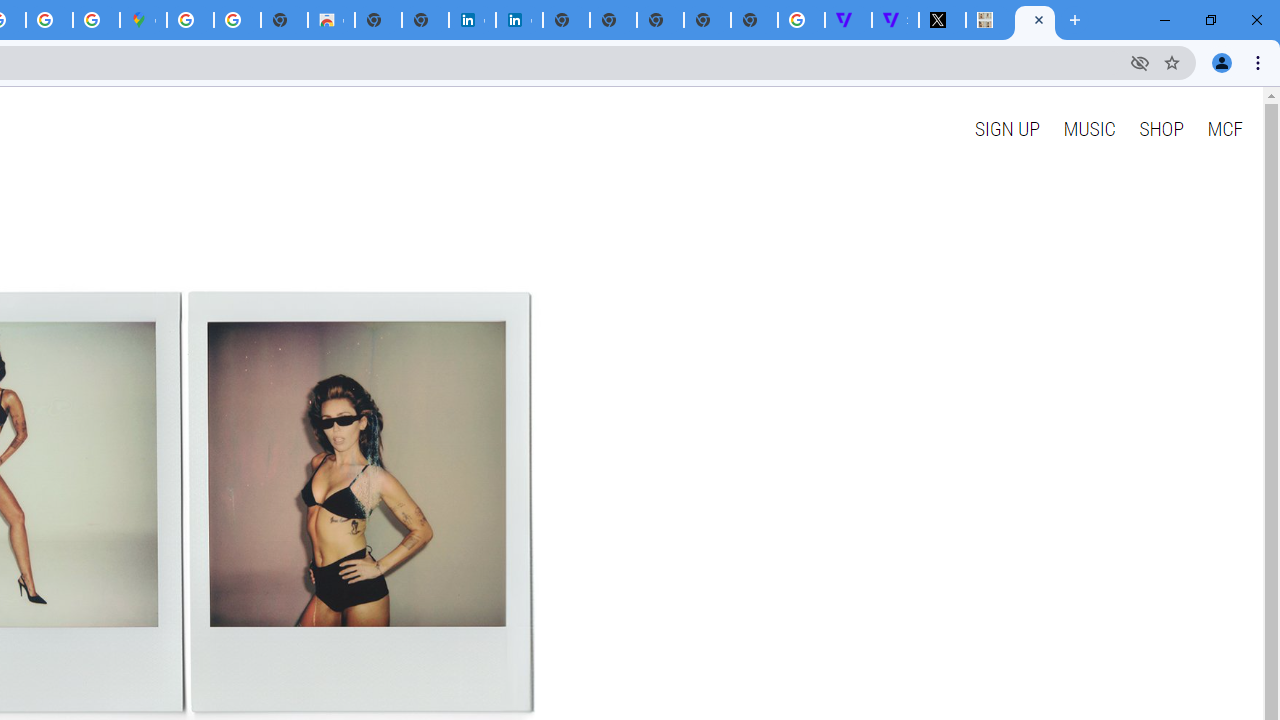 This screenshot has height=720, width=1280. What do you see at coordinates (1088, 128) in the screenshot?
I see `'MUSIC'` at bounding box center [1088, 128].